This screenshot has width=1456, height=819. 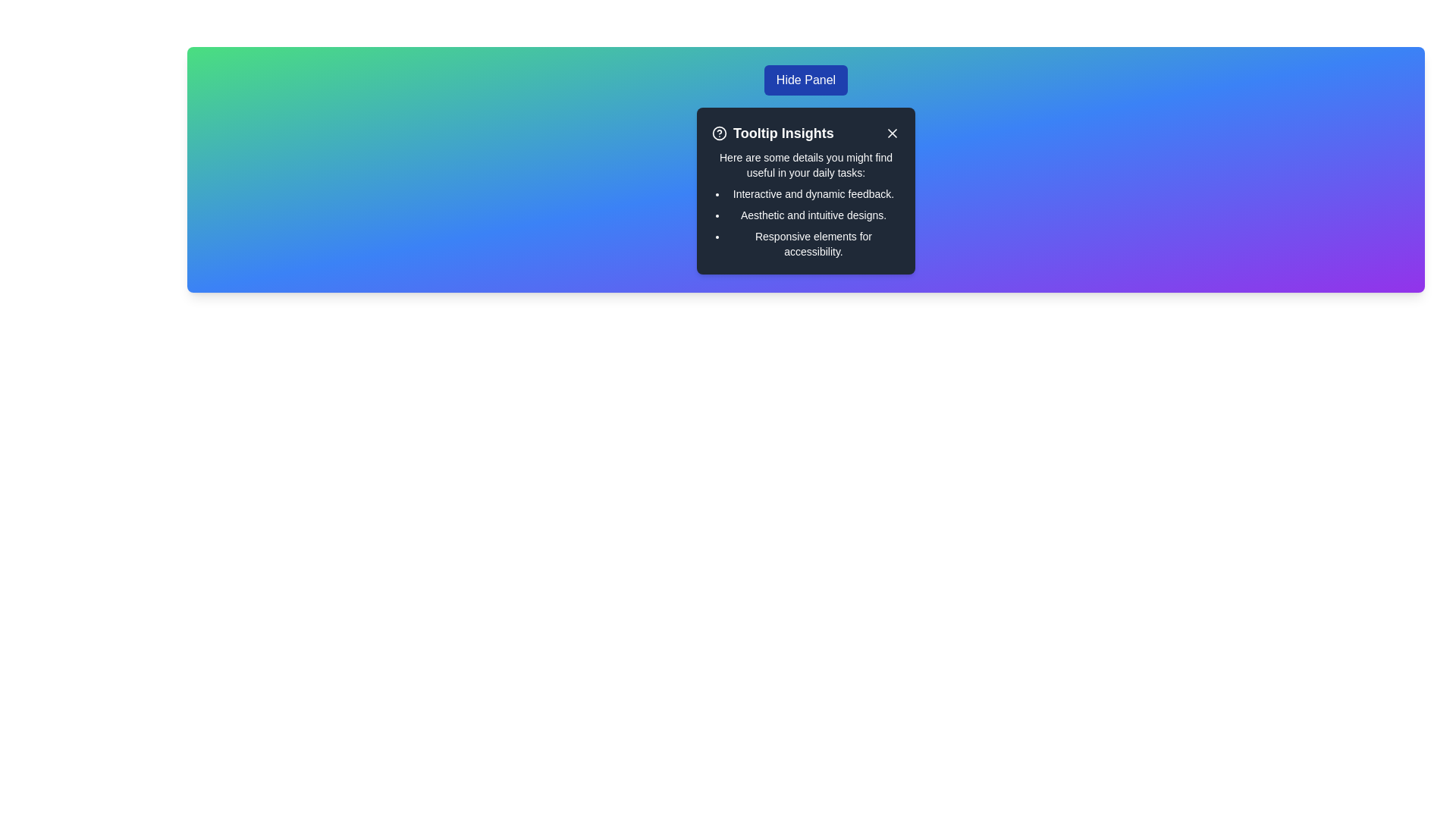 I want to click on the circular SVG element located inside the icon region next to the 'Tooltip Insights' text in the popup tooltip, so click(x=719, y=133).